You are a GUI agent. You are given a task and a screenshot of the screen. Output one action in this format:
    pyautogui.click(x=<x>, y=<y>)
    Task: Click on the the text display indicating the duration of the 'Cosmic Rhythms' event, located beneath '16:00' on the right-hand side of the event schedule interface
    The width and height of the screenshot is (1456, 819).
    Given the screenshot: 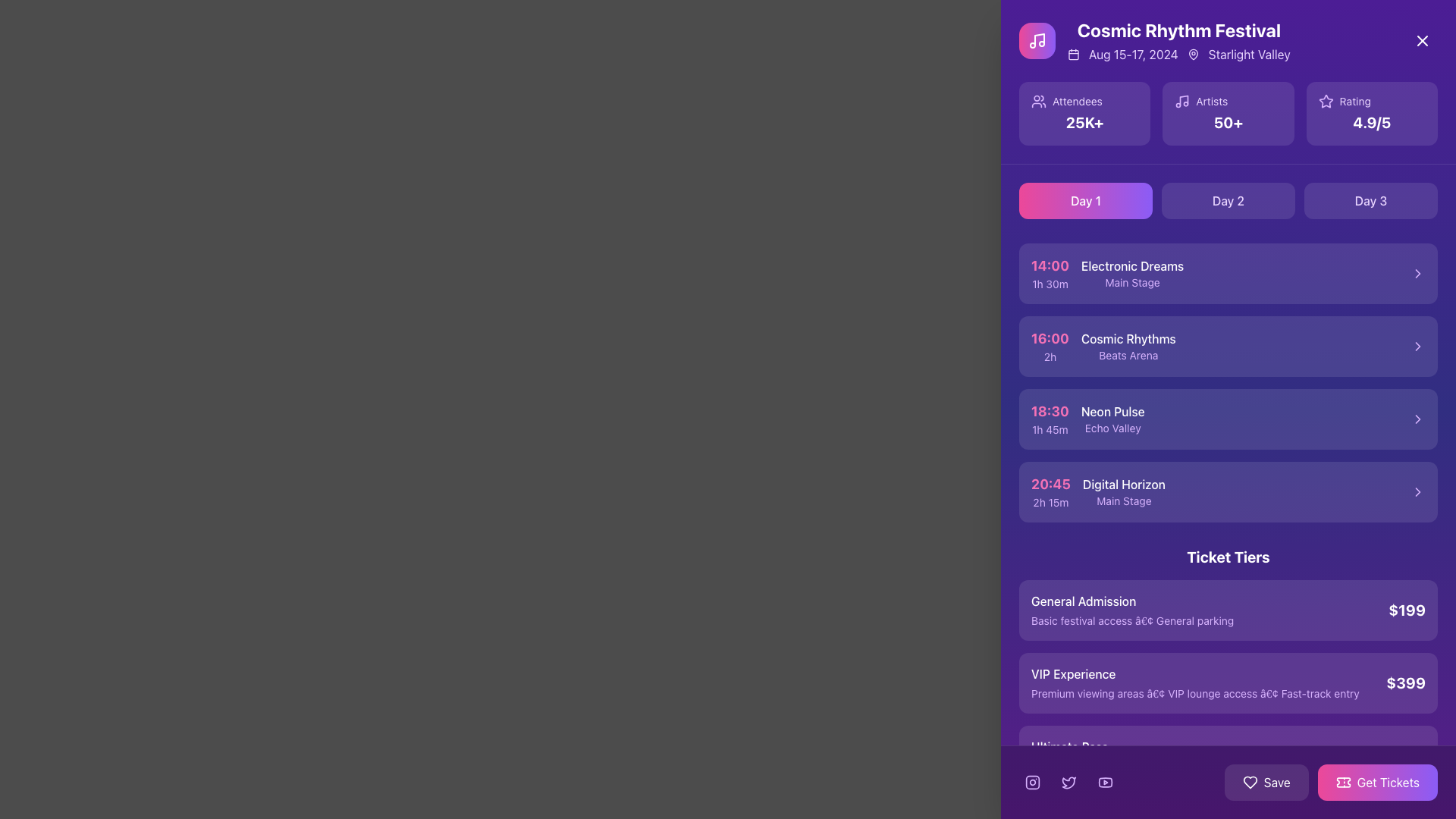 What is the action you would take?
    pyautogui.click(x=1049, y=356)
    